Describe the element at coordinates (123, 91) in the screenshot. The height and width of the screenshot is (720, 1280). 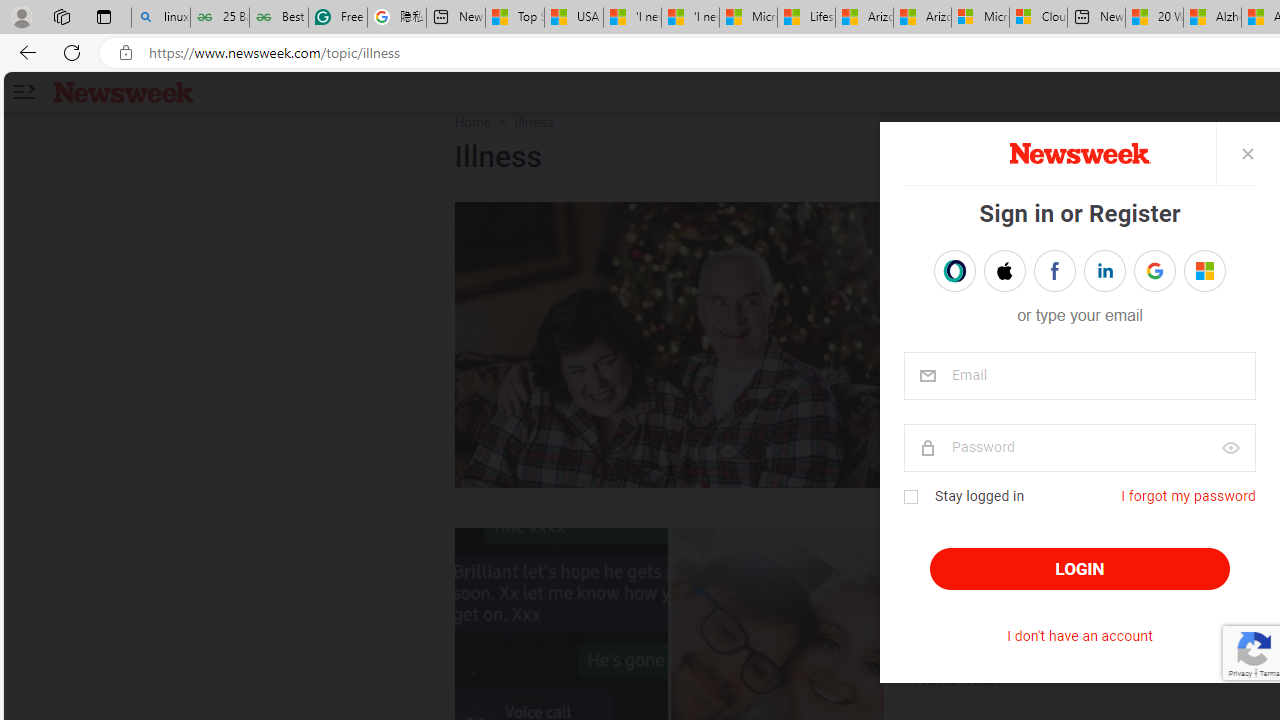
I see `'Newsweek logo'` at that location.